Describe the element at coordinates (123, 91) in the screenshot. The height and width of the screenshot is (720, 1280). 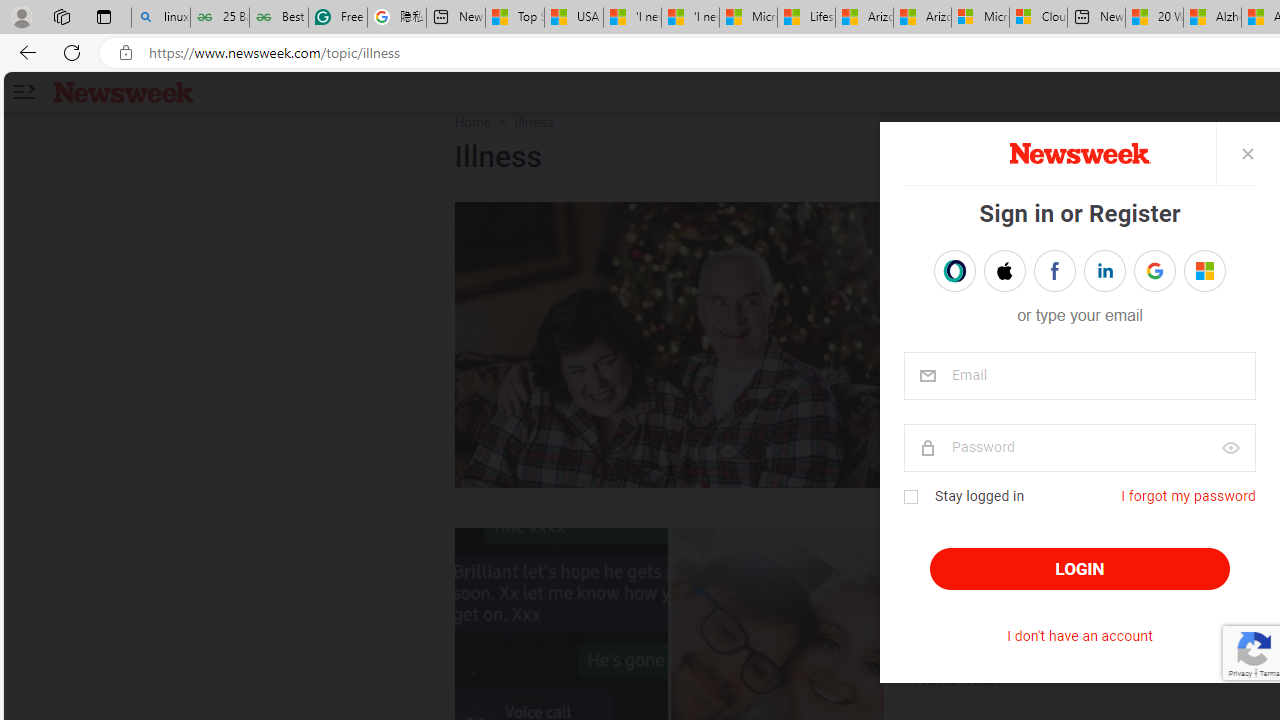
I see `'Newsweek logo'` at that location.